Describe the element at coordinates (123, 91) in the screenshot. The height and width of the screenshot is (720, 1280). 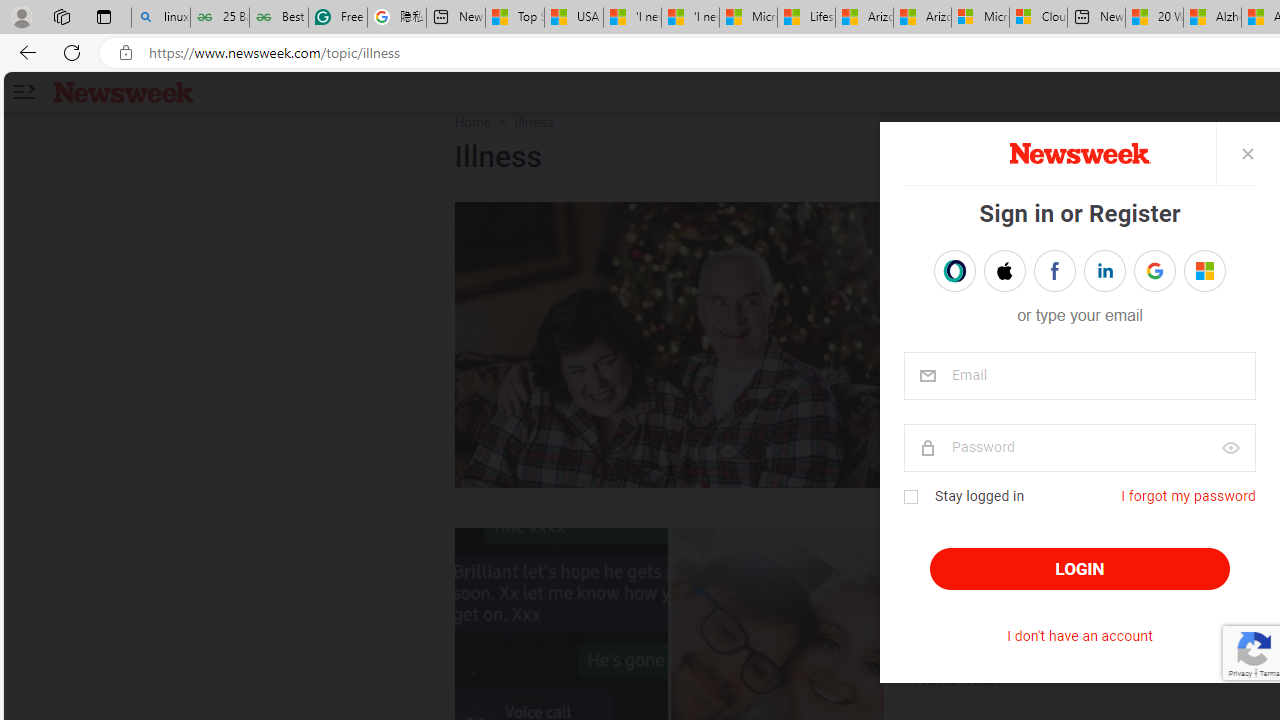
I see `'Newsweek logo'` at that location.